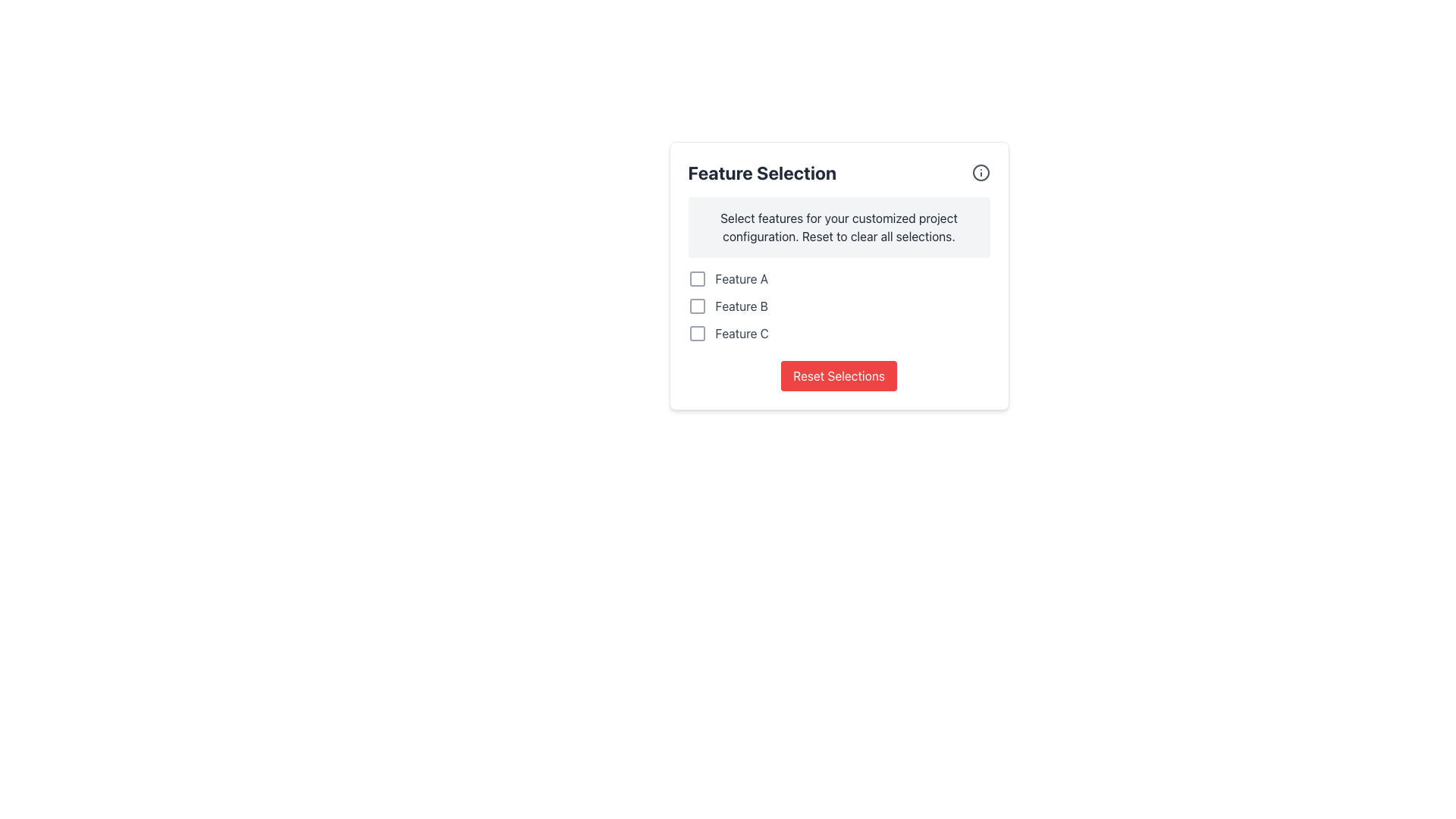 The height and width of the screenshot is (819, 1456). What do you see at coordinates (838, 227) in the screenshot?
I see `the text element with the message 'Select features for your customized project configuration. Reset to clear all selections.' located in the 'Feature Selection' panel` at bounding box center [838, 227].